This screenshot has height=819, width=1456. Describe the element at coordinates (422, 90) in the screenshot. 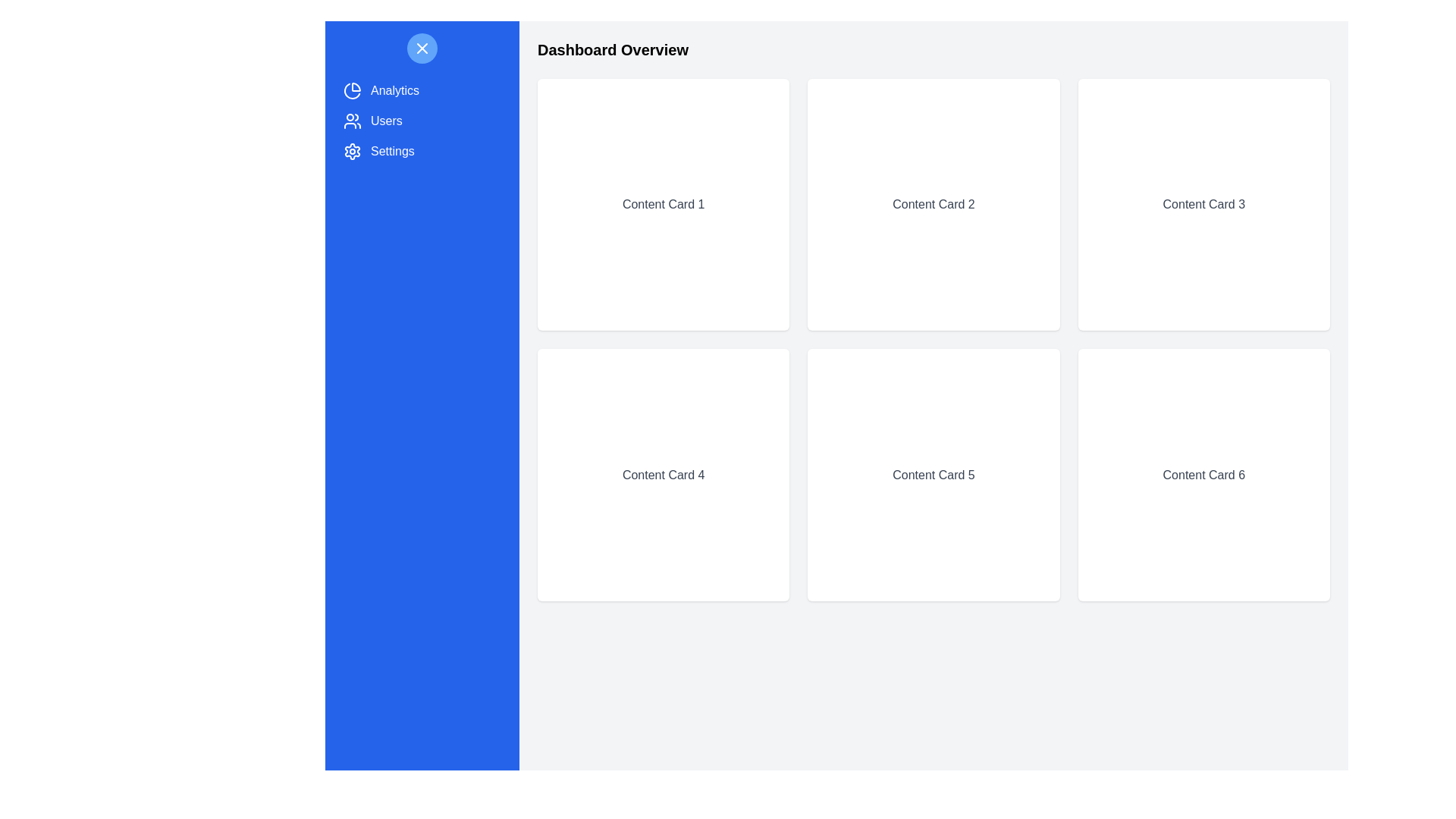

I see `the Analytics section in the navigation drawer` at that location.